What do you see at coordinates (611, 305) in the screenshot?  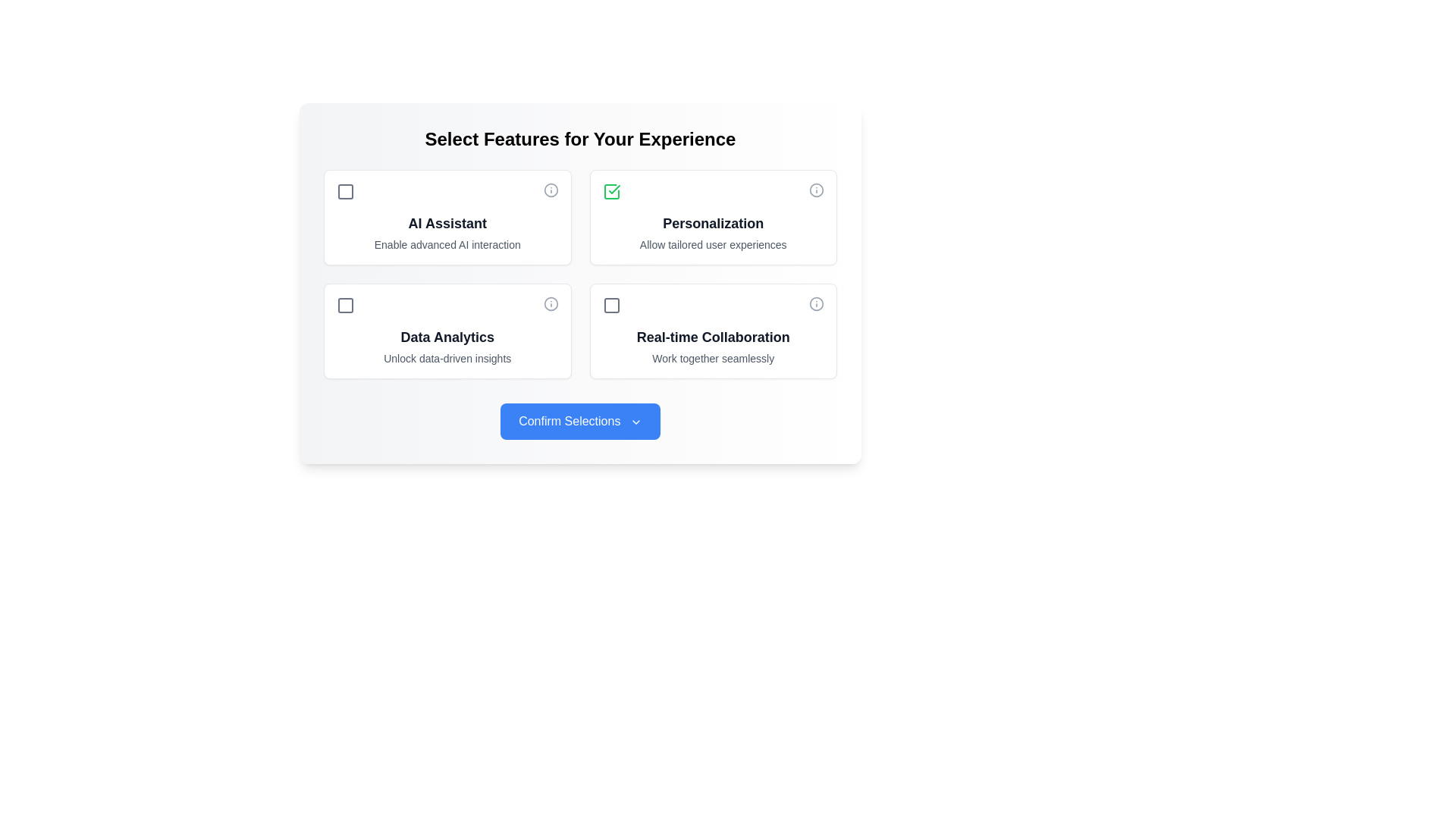 I see `the small rounded rectangle element within the 'Real-time Collaboration' option in the Select Features section` at bounding box center [611, 305].